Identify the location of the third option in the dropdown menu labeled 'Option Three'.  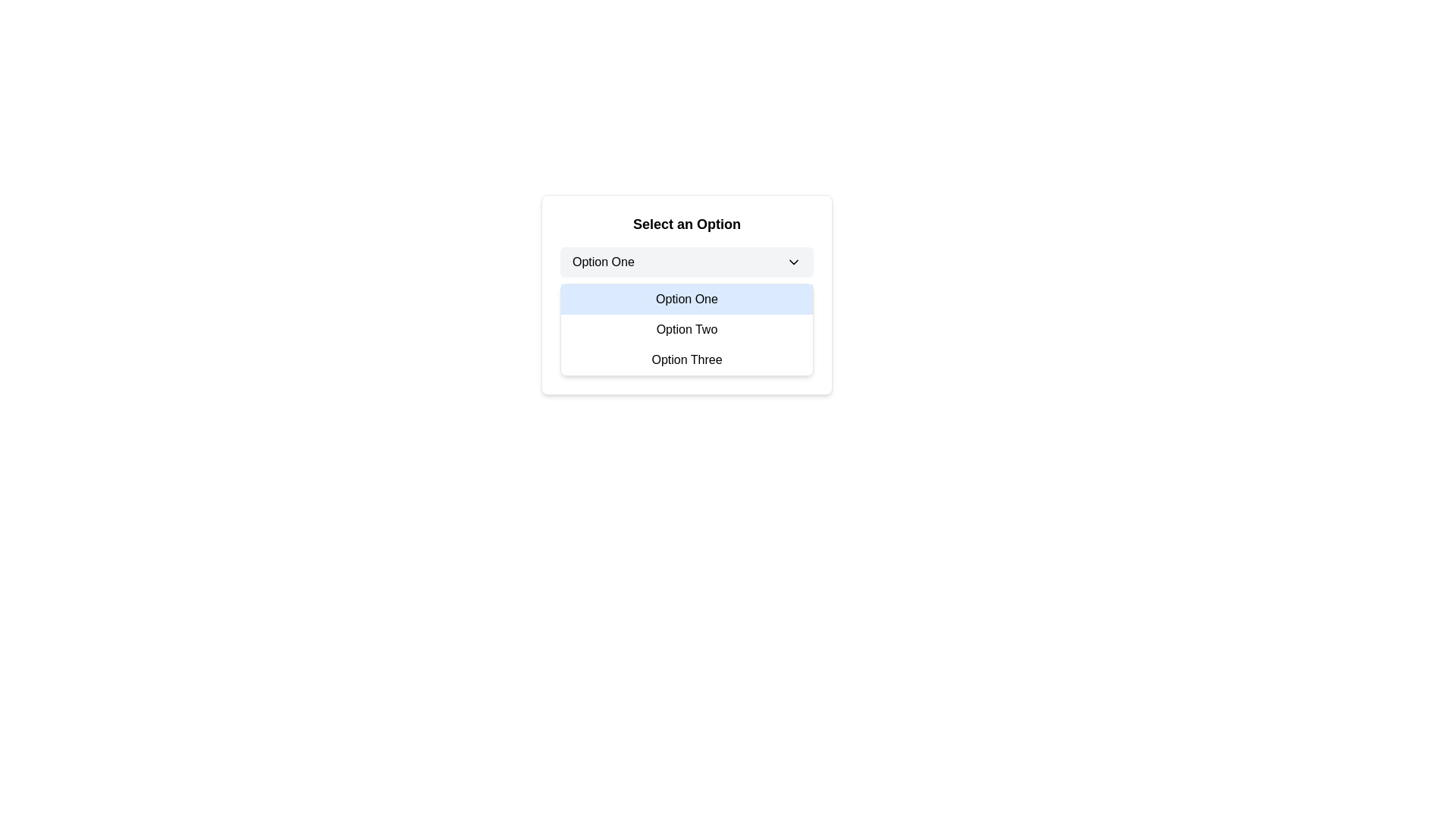
(686, 359).